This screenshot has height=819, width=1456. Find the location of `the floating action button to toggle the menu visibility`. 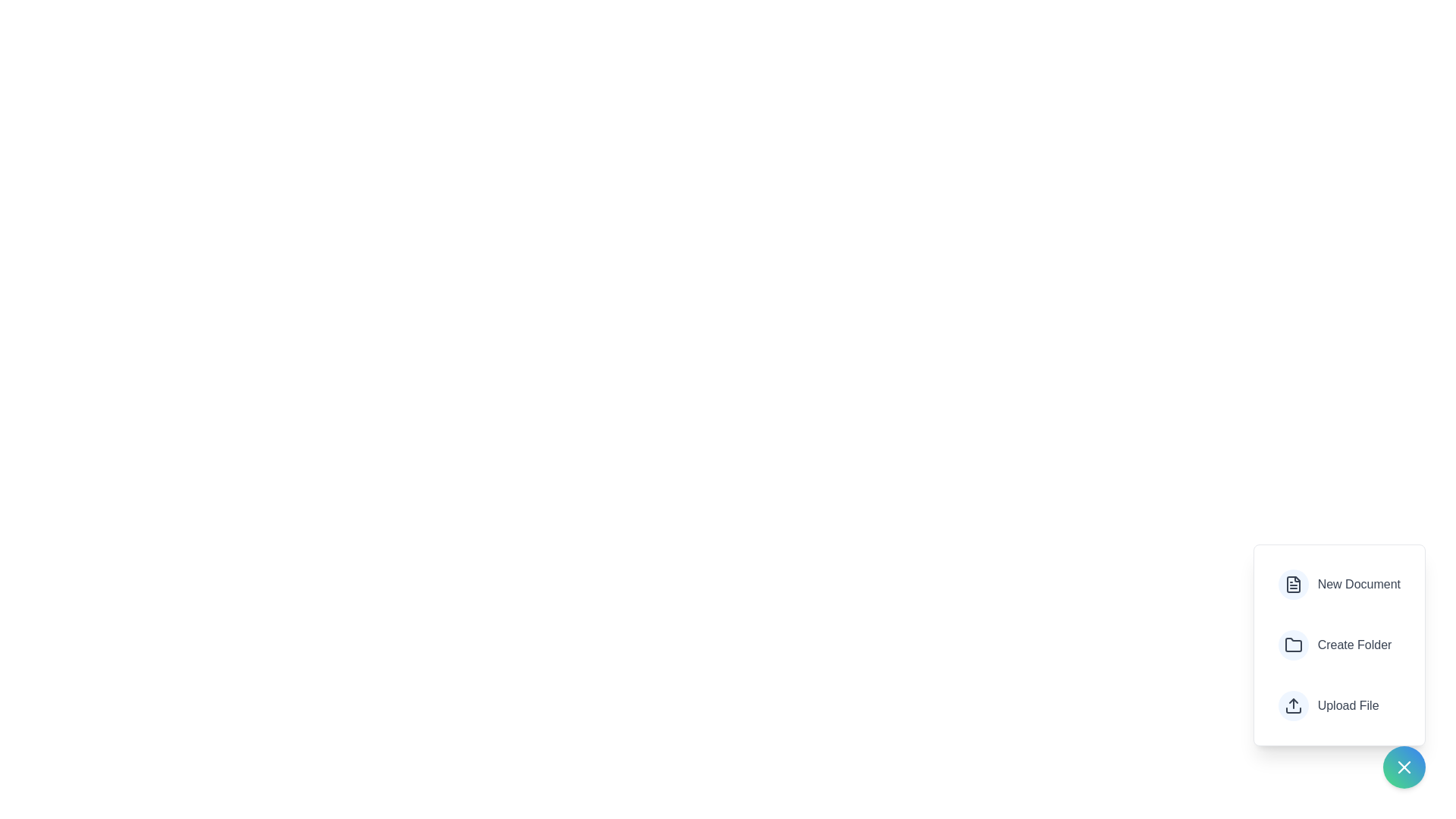

the floating action button to toggle the menu visibility is located at coordinates (1404, 767).